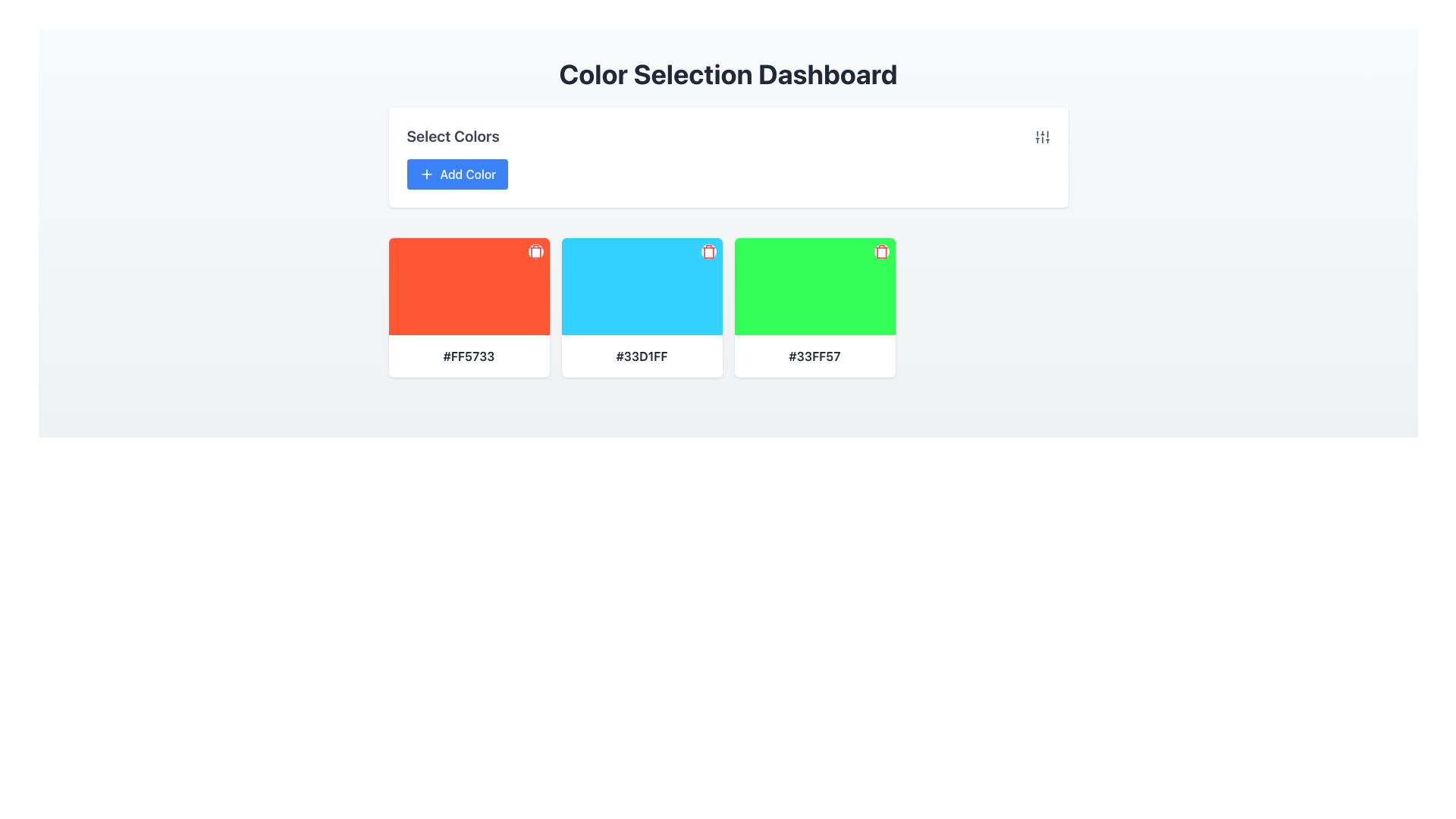 The image size is (1456, 819). What do you see at coordinates (468, 287) in the screenshot?
I see `the first colored preview rectangle with a vivid orange background (#FF5733) in the 'Select Colors' section of the main interface` at bounding box center [468, 287].